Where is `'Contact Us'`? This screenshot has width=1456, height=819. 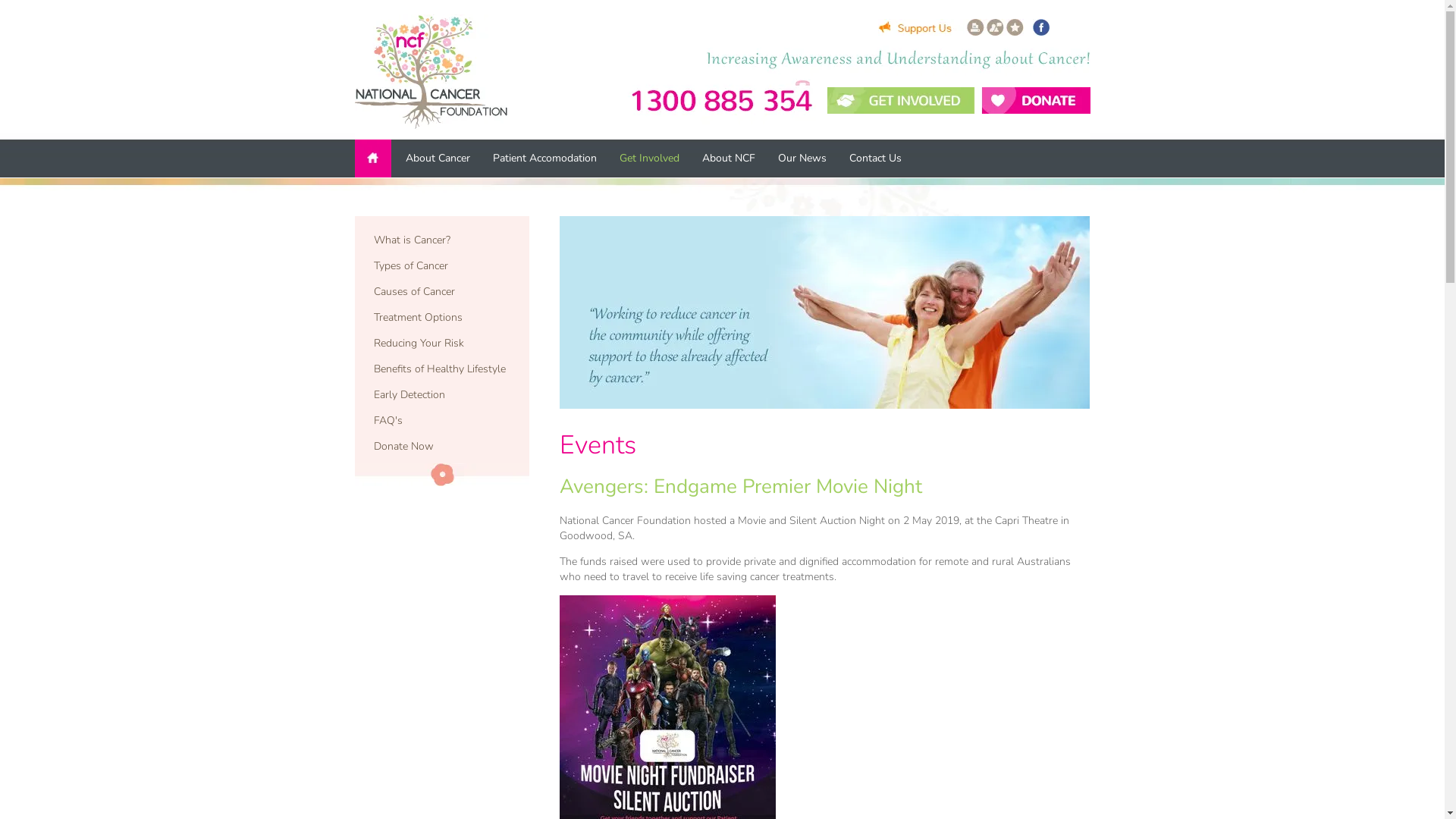 'Contact Us' is located at coordinates (874, 158).